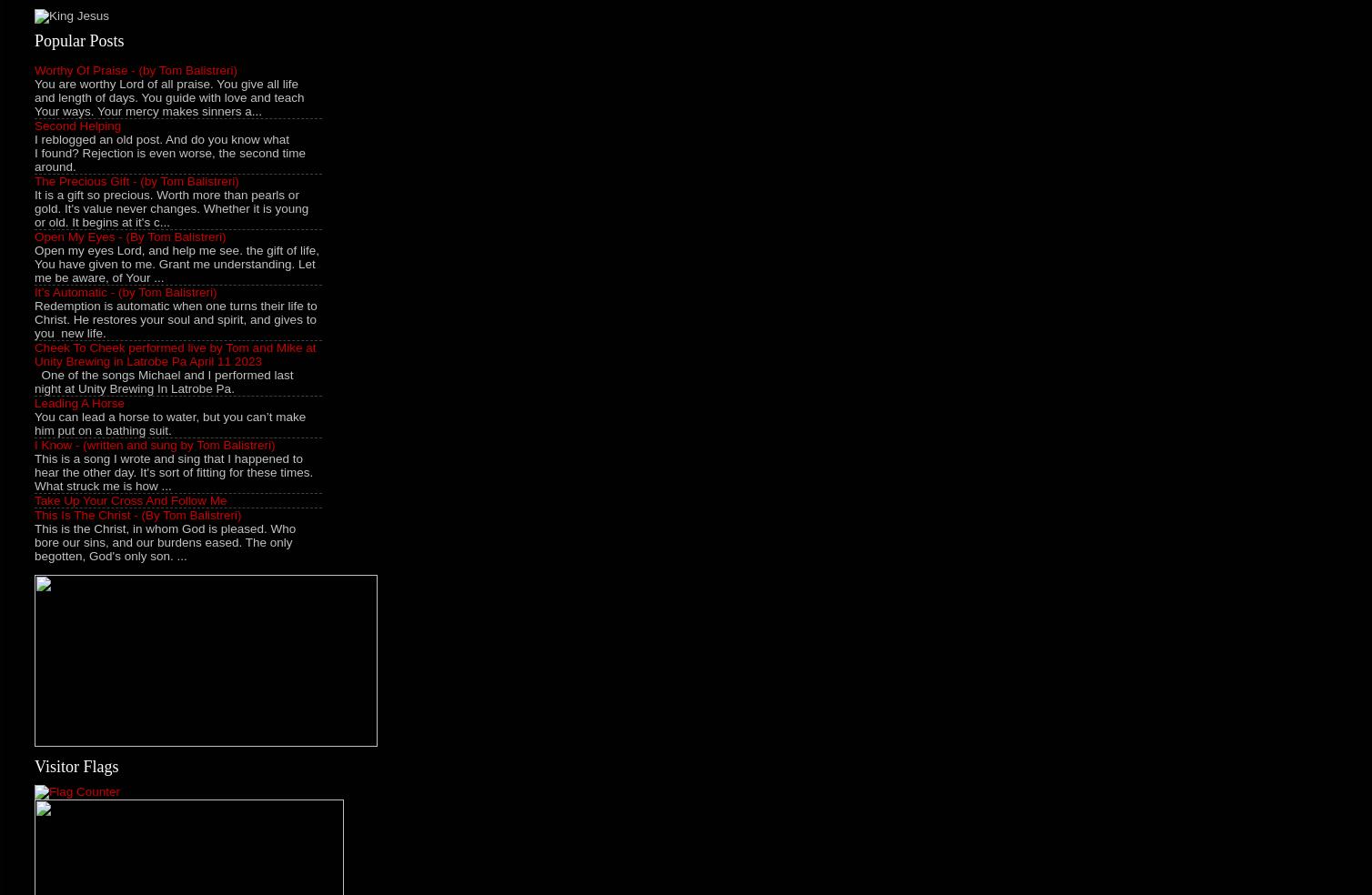  I want to click on 'Popular Posts', so click(79, 39).